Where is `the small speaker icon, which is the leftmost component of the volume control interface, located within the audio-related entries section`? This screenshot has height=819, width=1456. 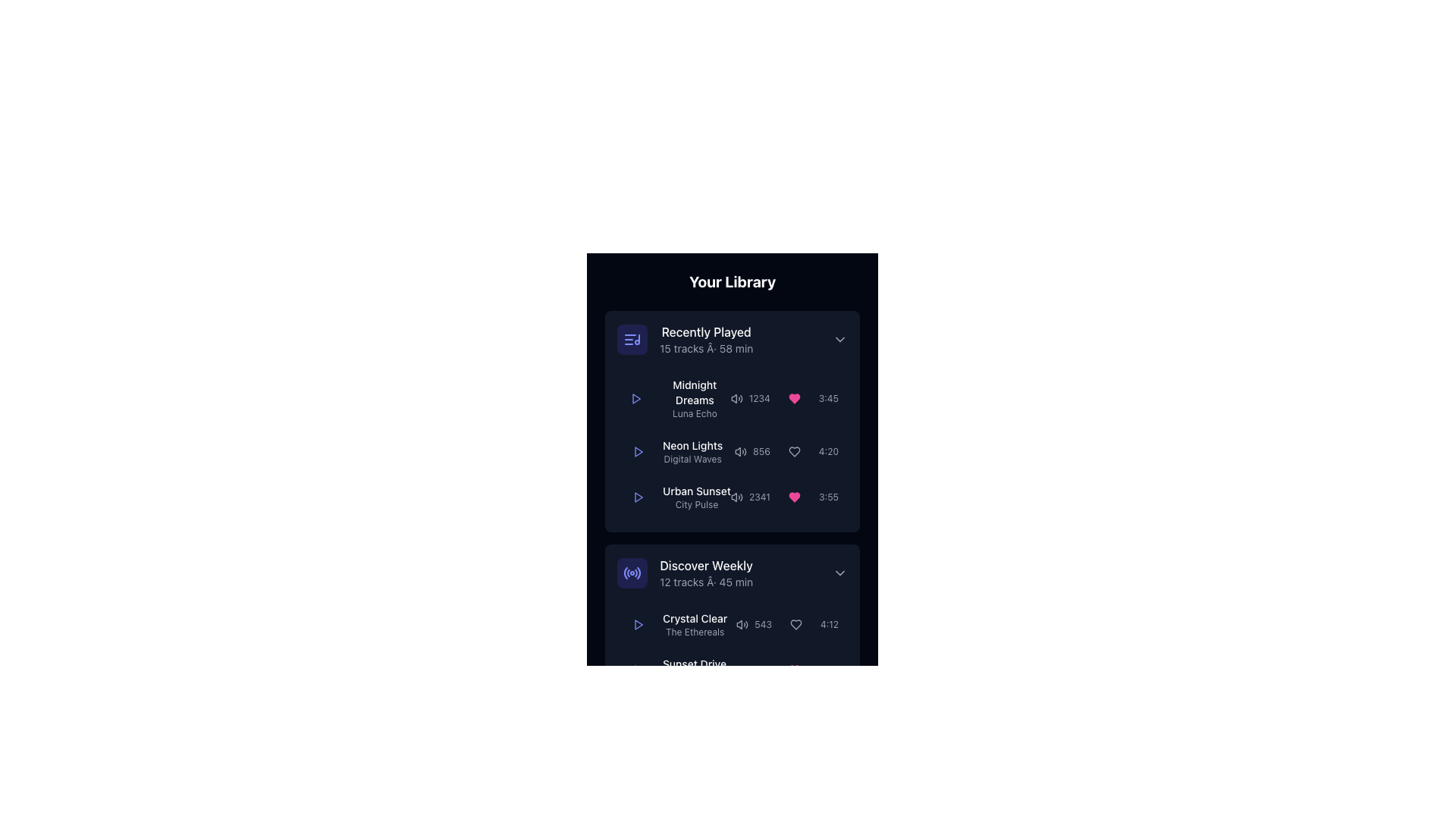
the small speaker icon, which is the leftmost component of the volume control interface, located within the audio-related entries section is located at coordinates (739, 625).